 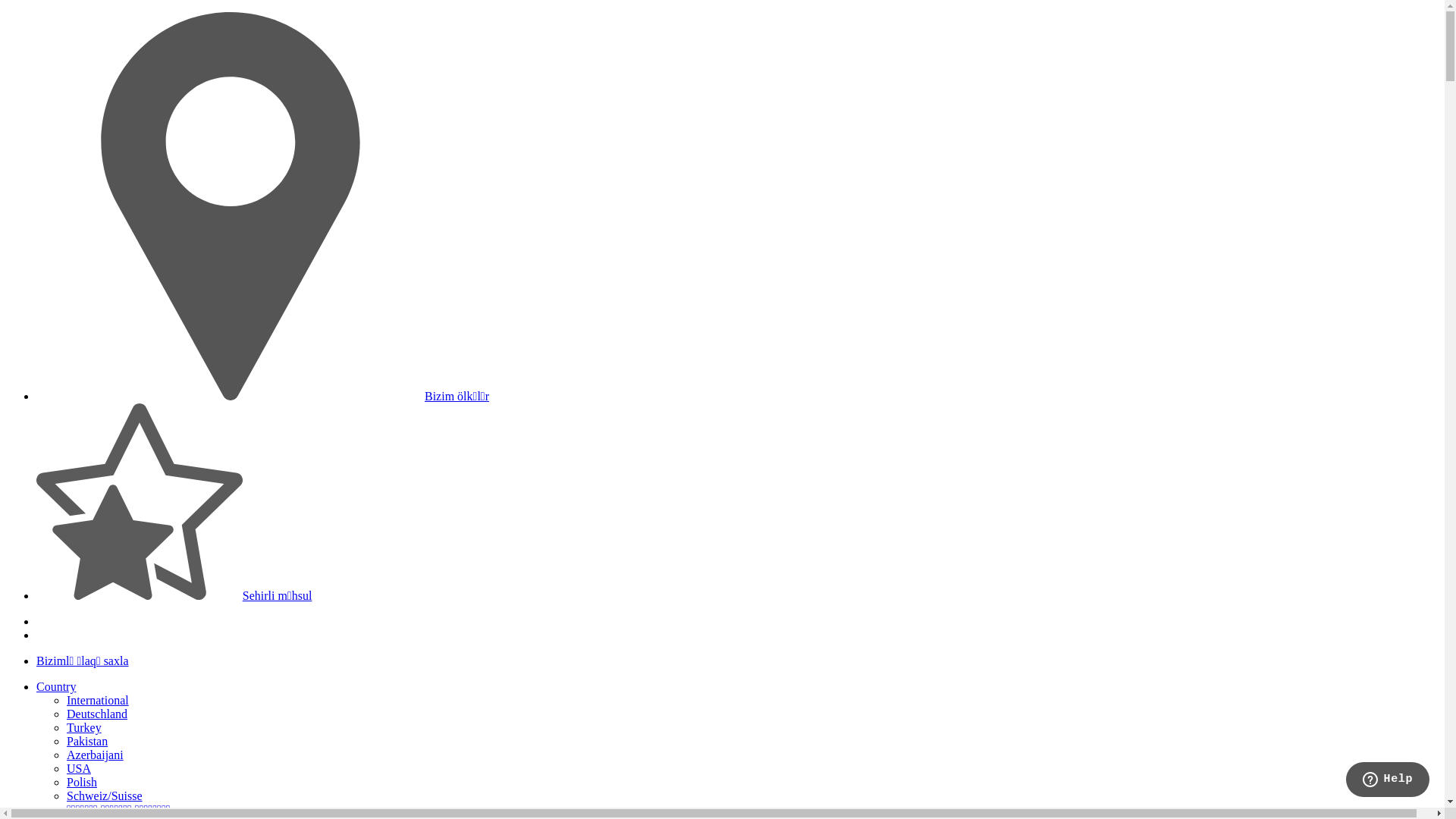 What do you see at coordinates (1387, 780) in the screenshot?
I see `'Opens a widget where you can chat to one of our agents'` at bounding box center [1387, 780].